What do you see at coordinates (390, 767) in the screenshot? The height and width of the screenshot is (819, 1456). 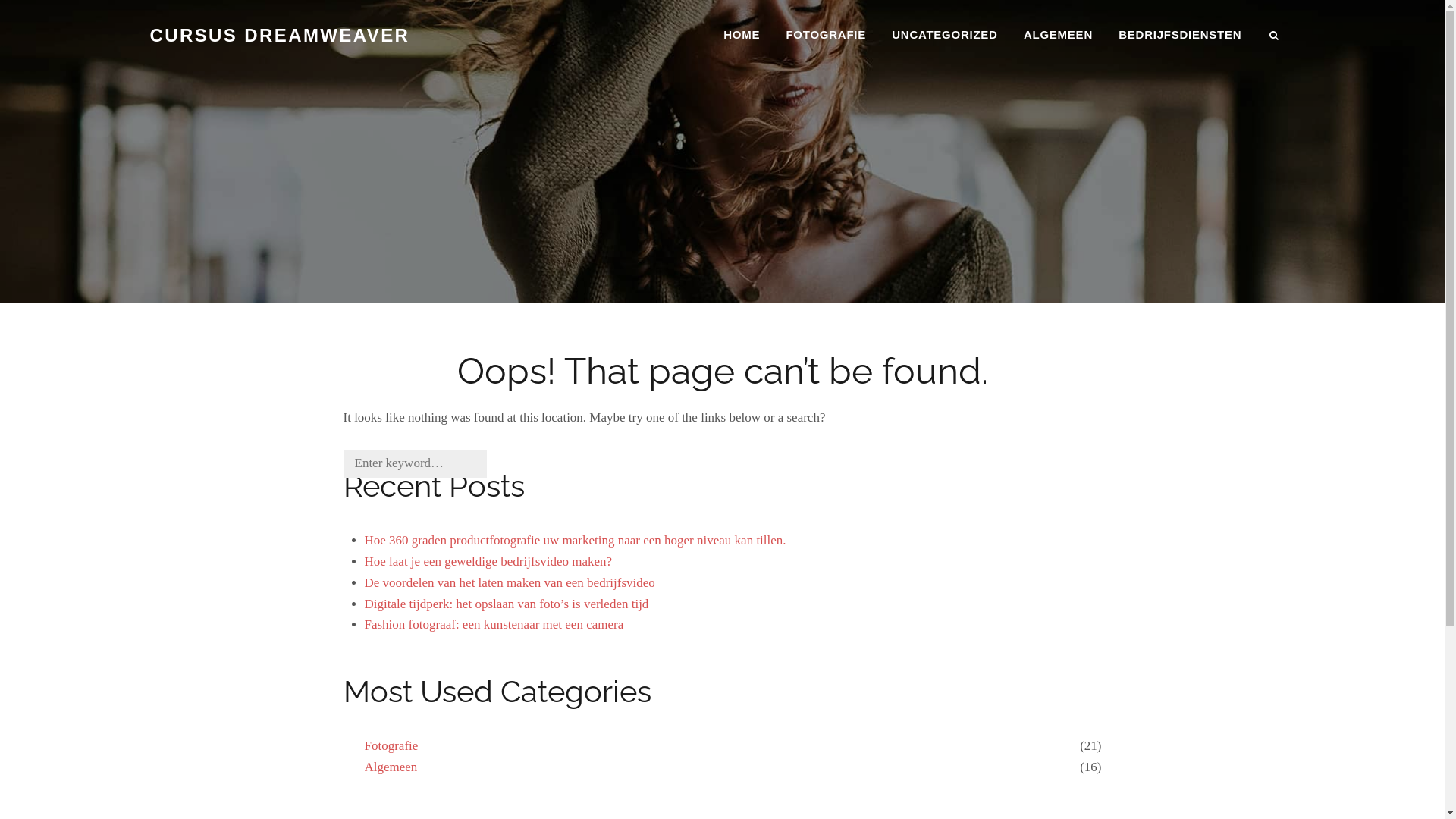 I see `'Algemeen'` at bounding box center [390, 767].